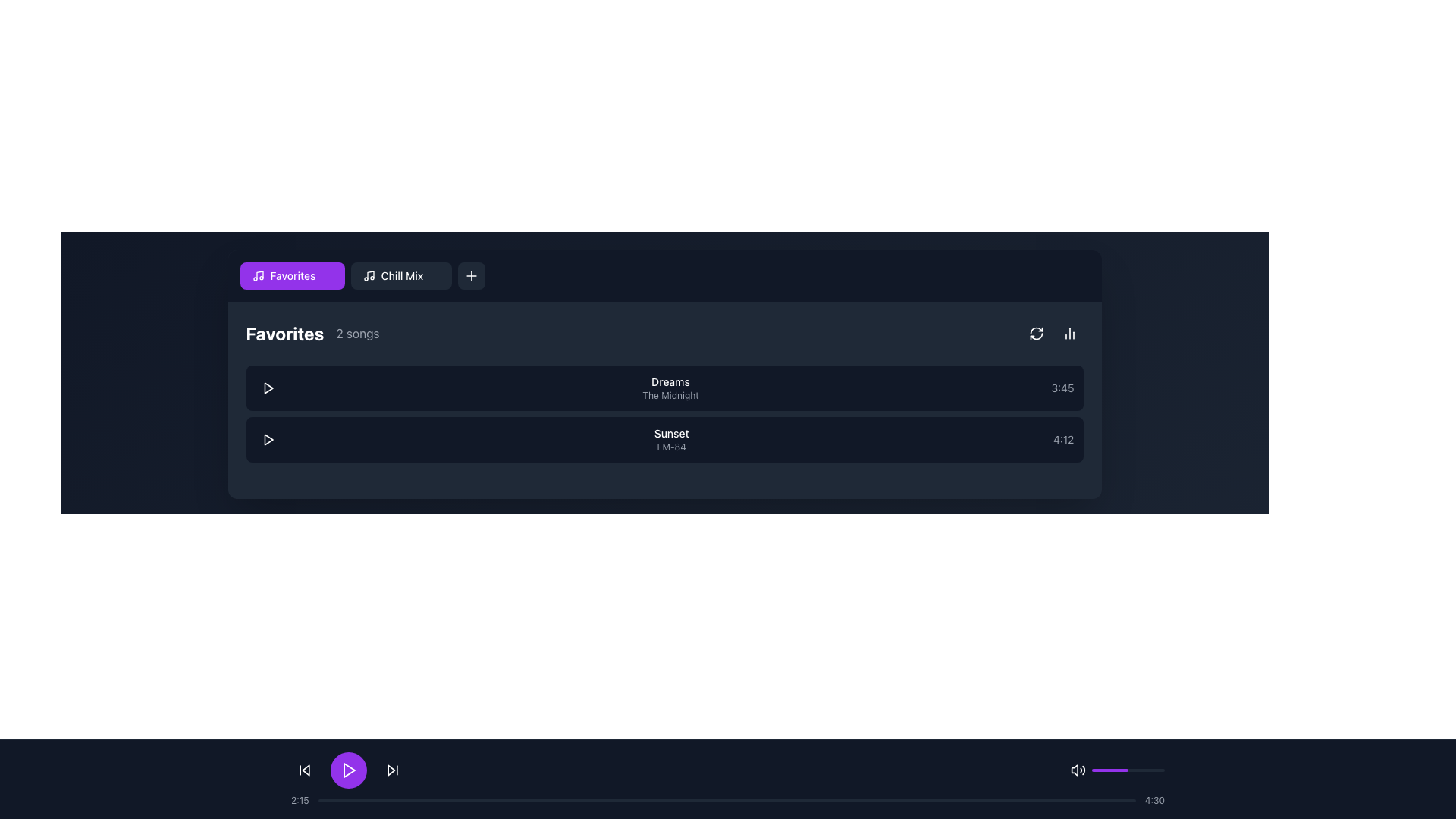  What do you see at coordinates (268, 388) in the screenshot?
I see `the triangular play button icon located to the left of the track title 'Dreams' in the 'Favorites' section of the track list` at bounding box center [268, 388].